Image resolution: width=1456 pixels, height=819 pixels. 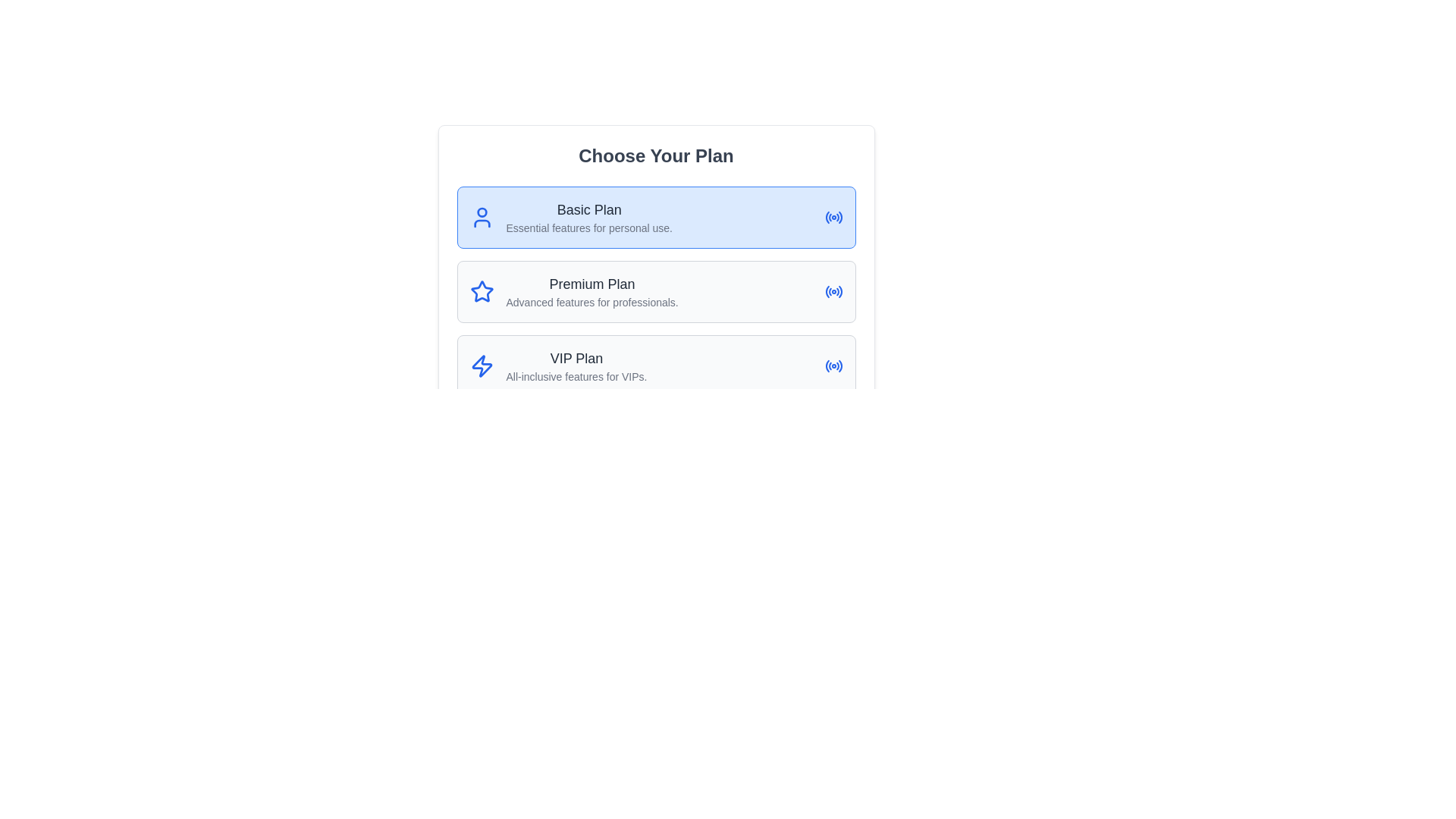 What do you see at coordinates (481, 292) in the screenshot?
I see `the star-shaped icon outlined in blue, which indicates the Premium Plan option located to the left of the 'Premium Plan' title and description` at bounding box center [481, 292].